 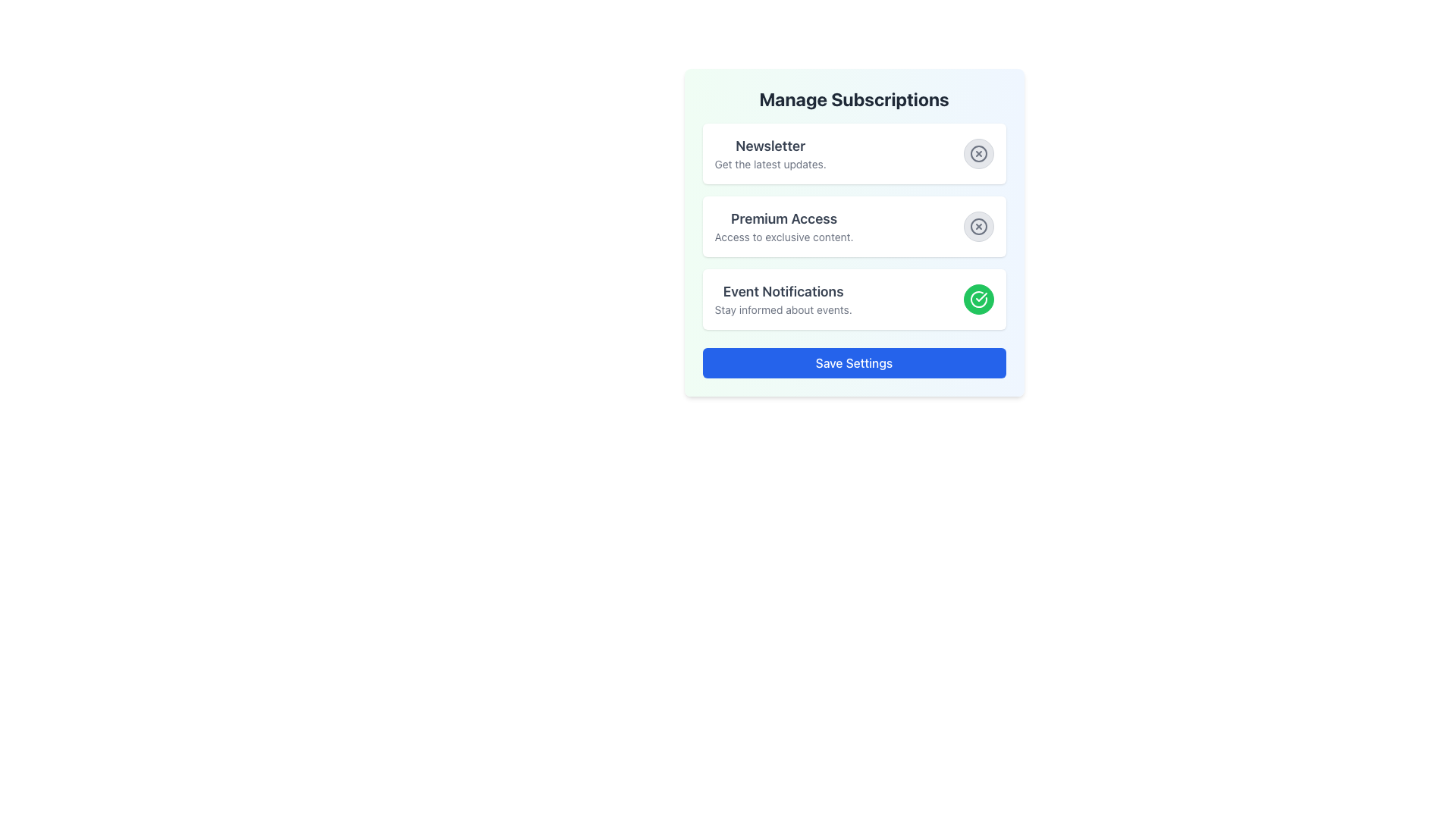 What do you see at coordinates (978, 299) in the screenshot?
I see `the toggle button to the right of 'Event Notifications' in the 'Manage Subscriptions' section` at bounding box center [978, 299].